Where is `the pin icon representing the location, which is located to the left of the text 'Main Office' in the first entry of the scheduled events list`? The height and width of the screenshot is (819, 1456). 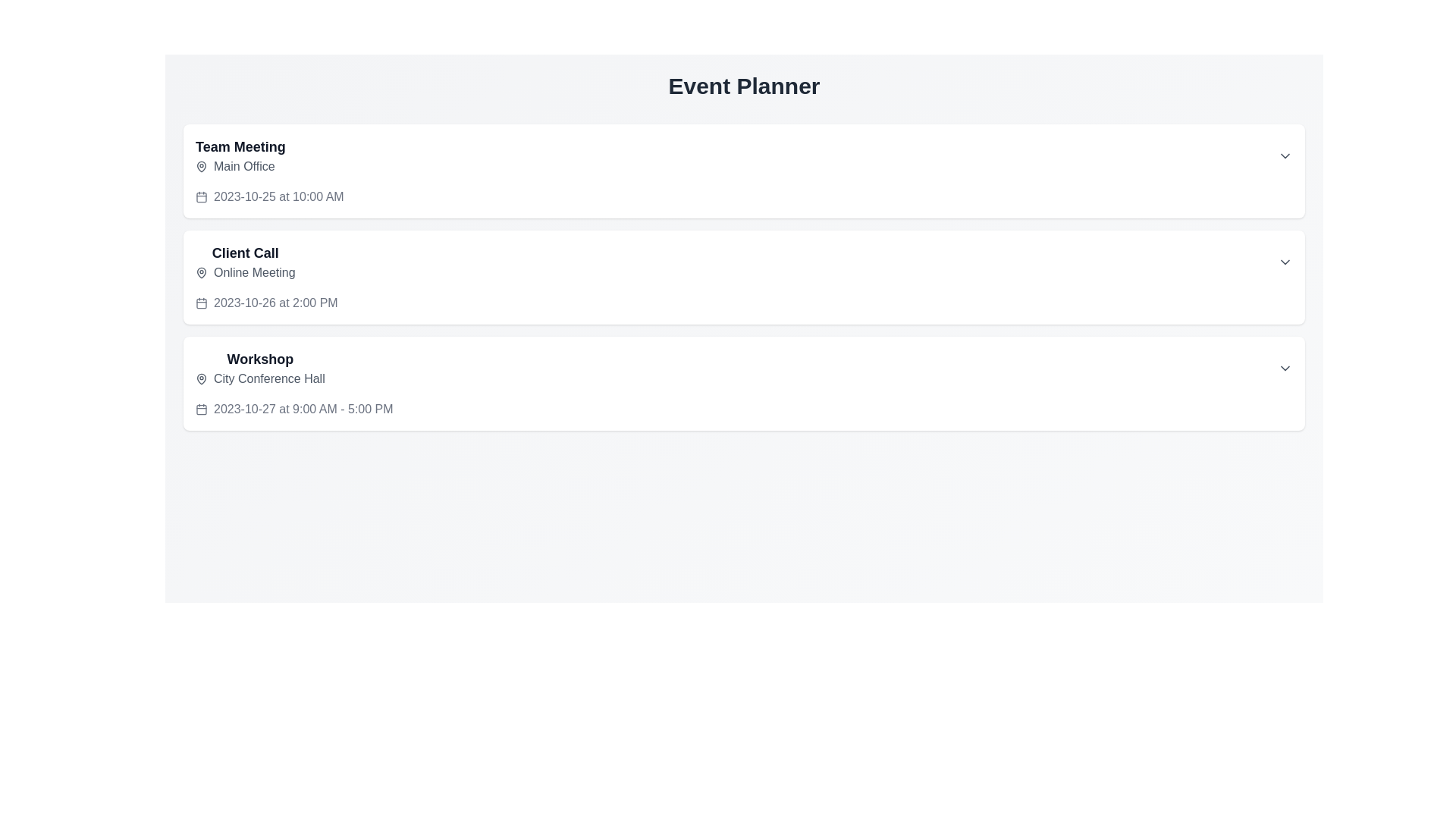
the pin icon representing the location, which is located to the left of the text 'Main Office' in the first entry of the scheduled events list is located at coordinates (200, 166).